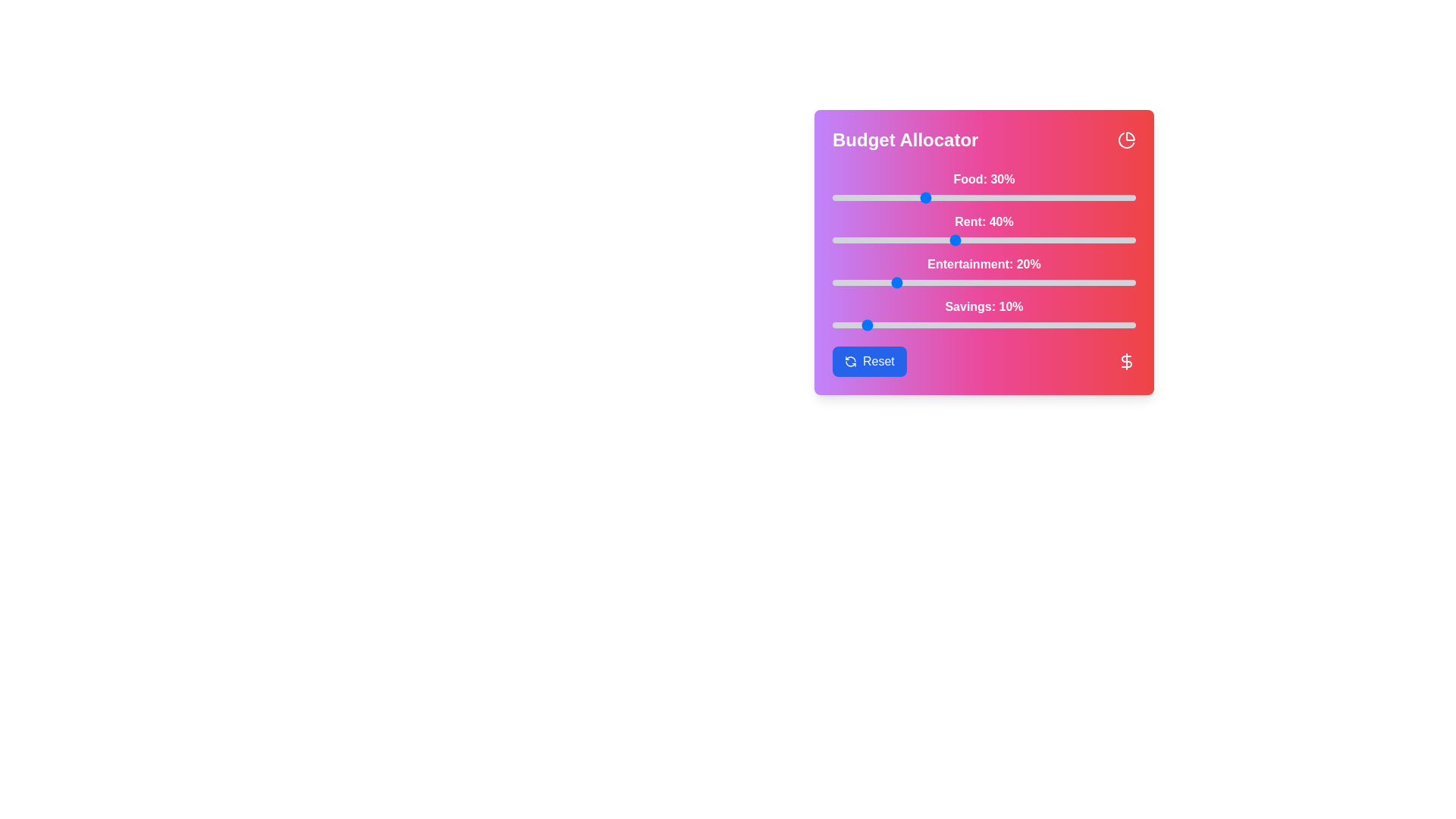 The width and height of the screenshot is (1456, 819). I want to click on the 'Food' budget slider, so click(1015, 197).